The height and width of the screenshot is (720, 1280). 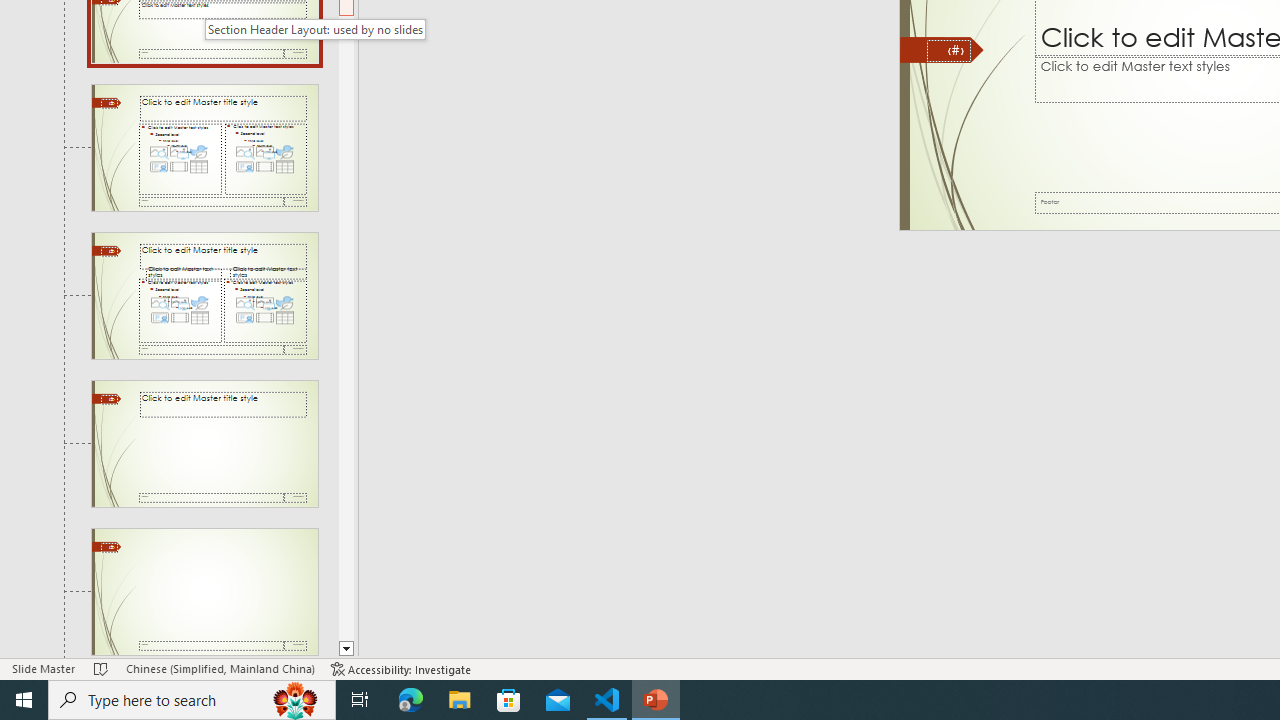 I want to click on 'Slide Comparison Layout: used by no slides', so click(x=204, y=296).